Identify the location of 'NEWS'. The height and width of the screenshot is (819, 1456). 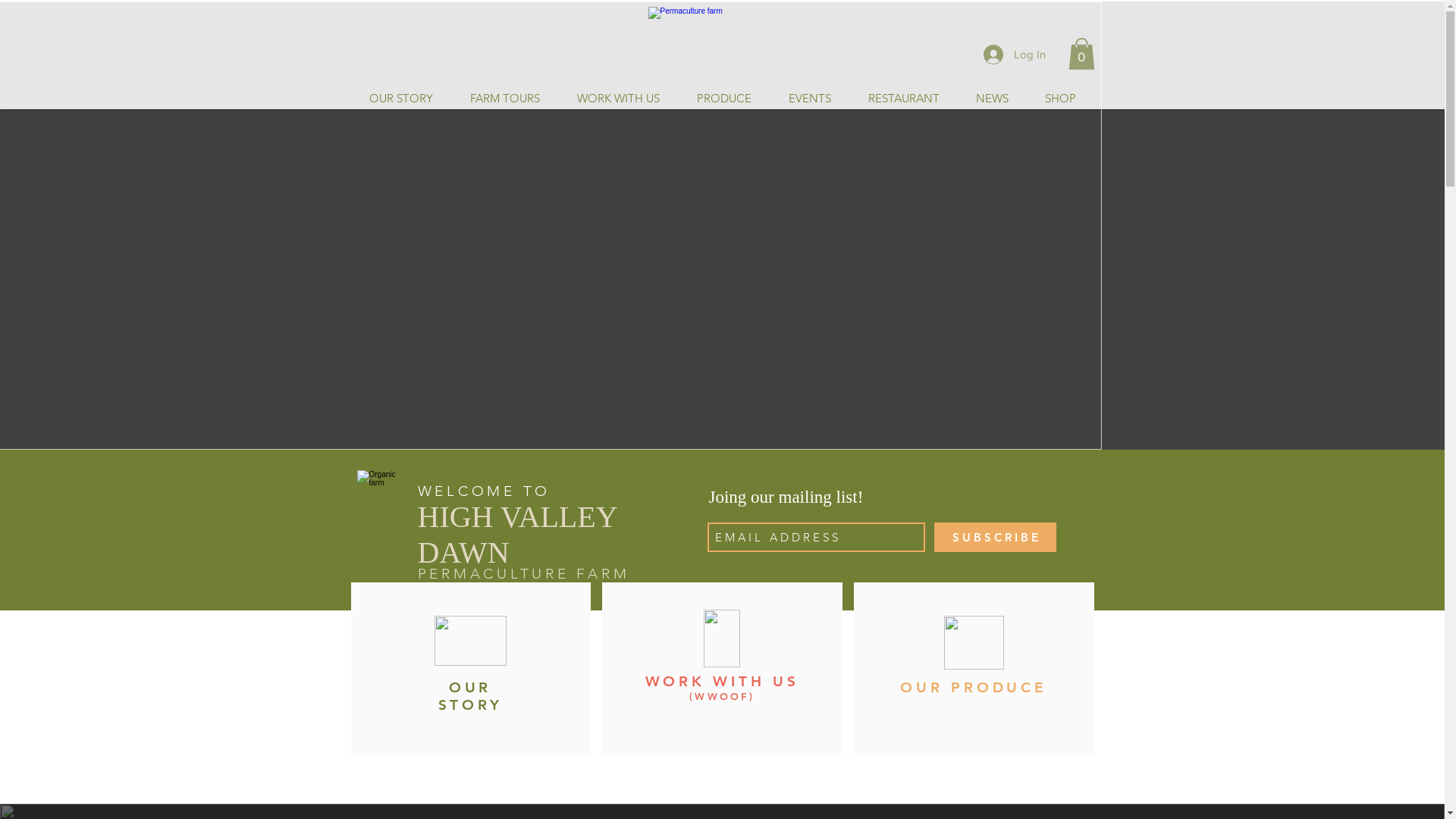
(991, 99).